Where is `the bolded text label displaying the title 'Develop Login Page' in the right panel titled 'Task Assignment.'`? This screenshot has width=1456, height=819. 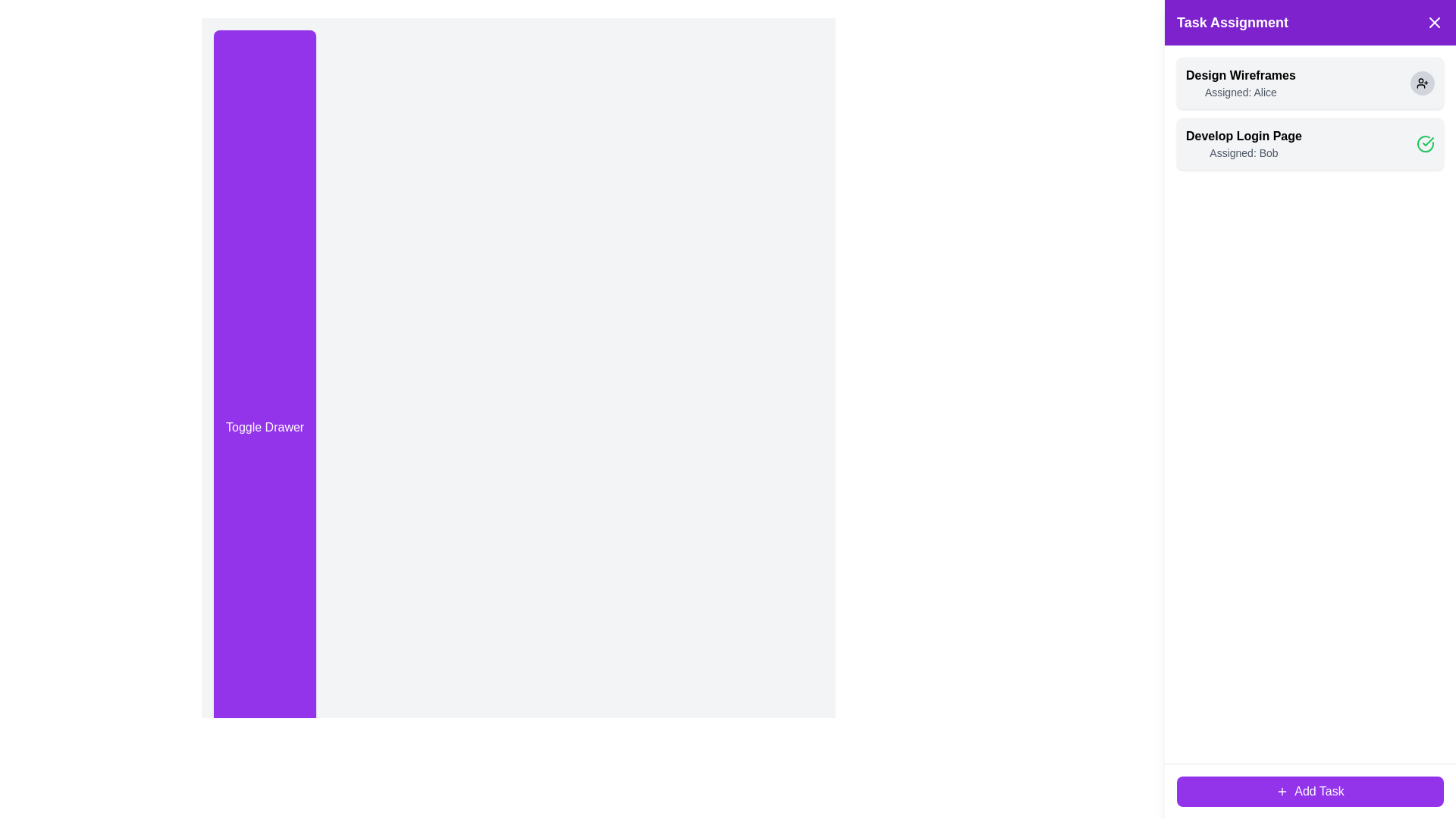 the bolded text label displaying the title 'Develop Login Page' in the right panel titled 'Task Assignment.' is located at coordinates (1244, 136).